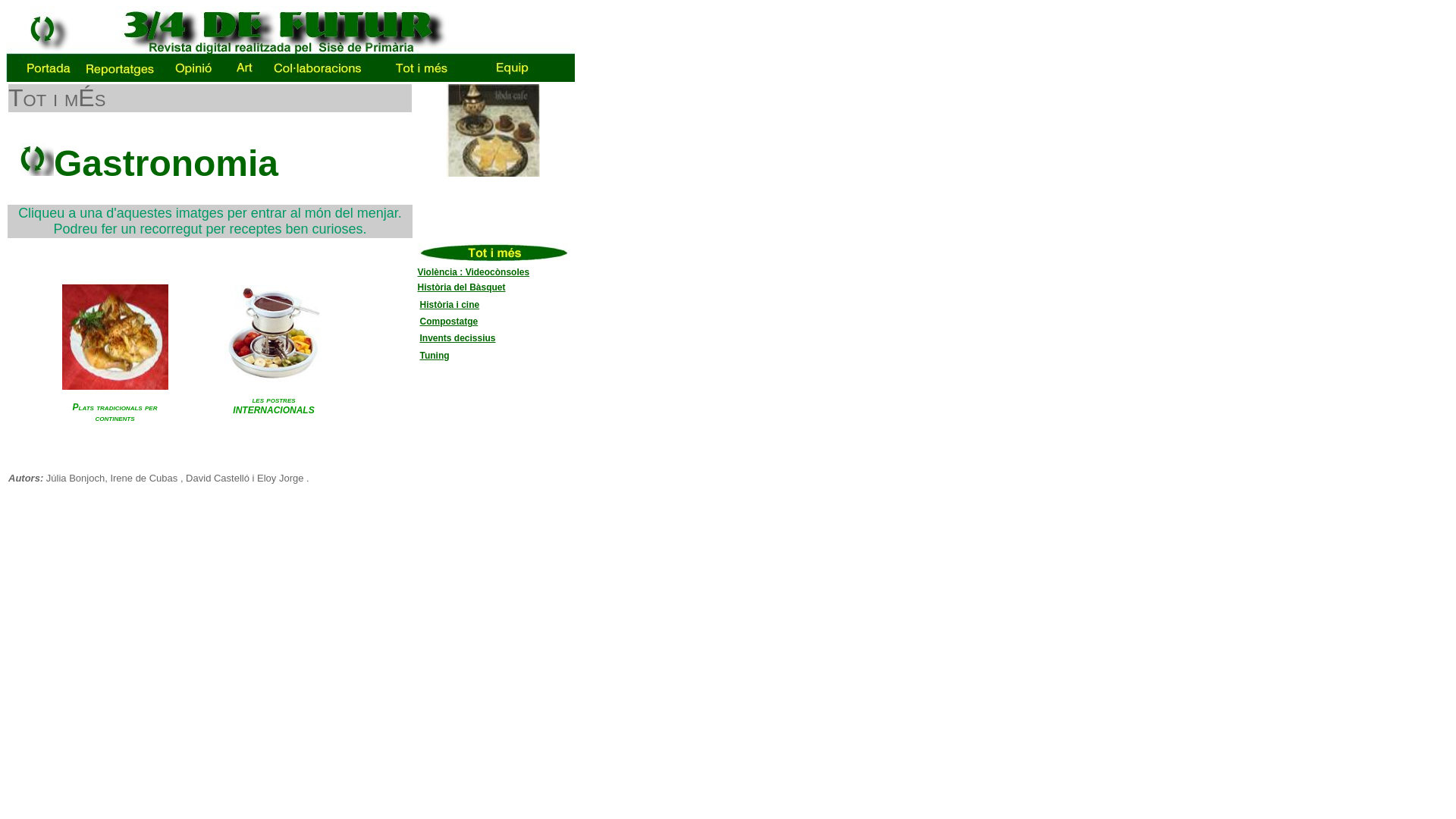 The height and width of the screenshot is (819, 1456). Describe the element at coordinates (419, 356) in the screenshot. I see `'Tuning'` at that location.